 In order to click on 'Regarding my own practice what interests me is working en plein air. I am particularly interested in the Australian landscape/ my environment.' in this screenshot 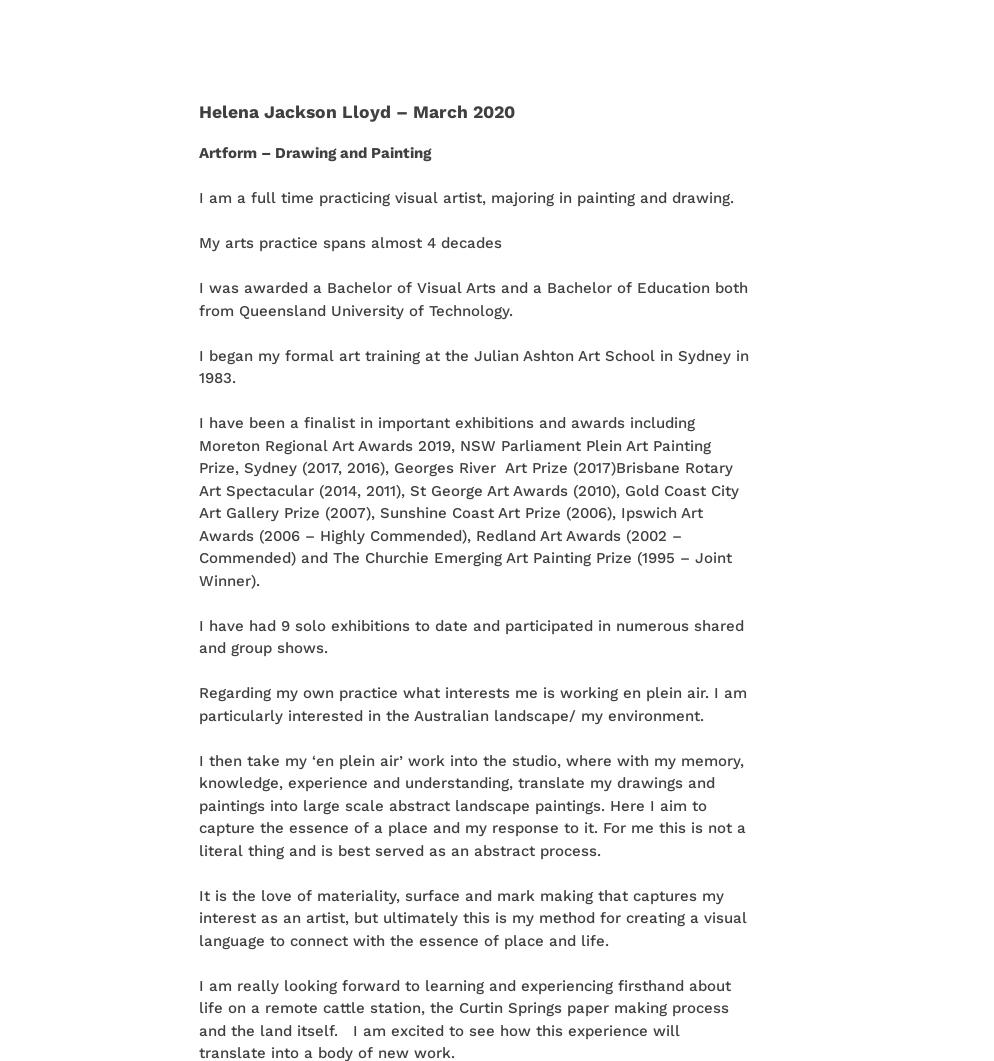, I will do `click(197, 702)`.